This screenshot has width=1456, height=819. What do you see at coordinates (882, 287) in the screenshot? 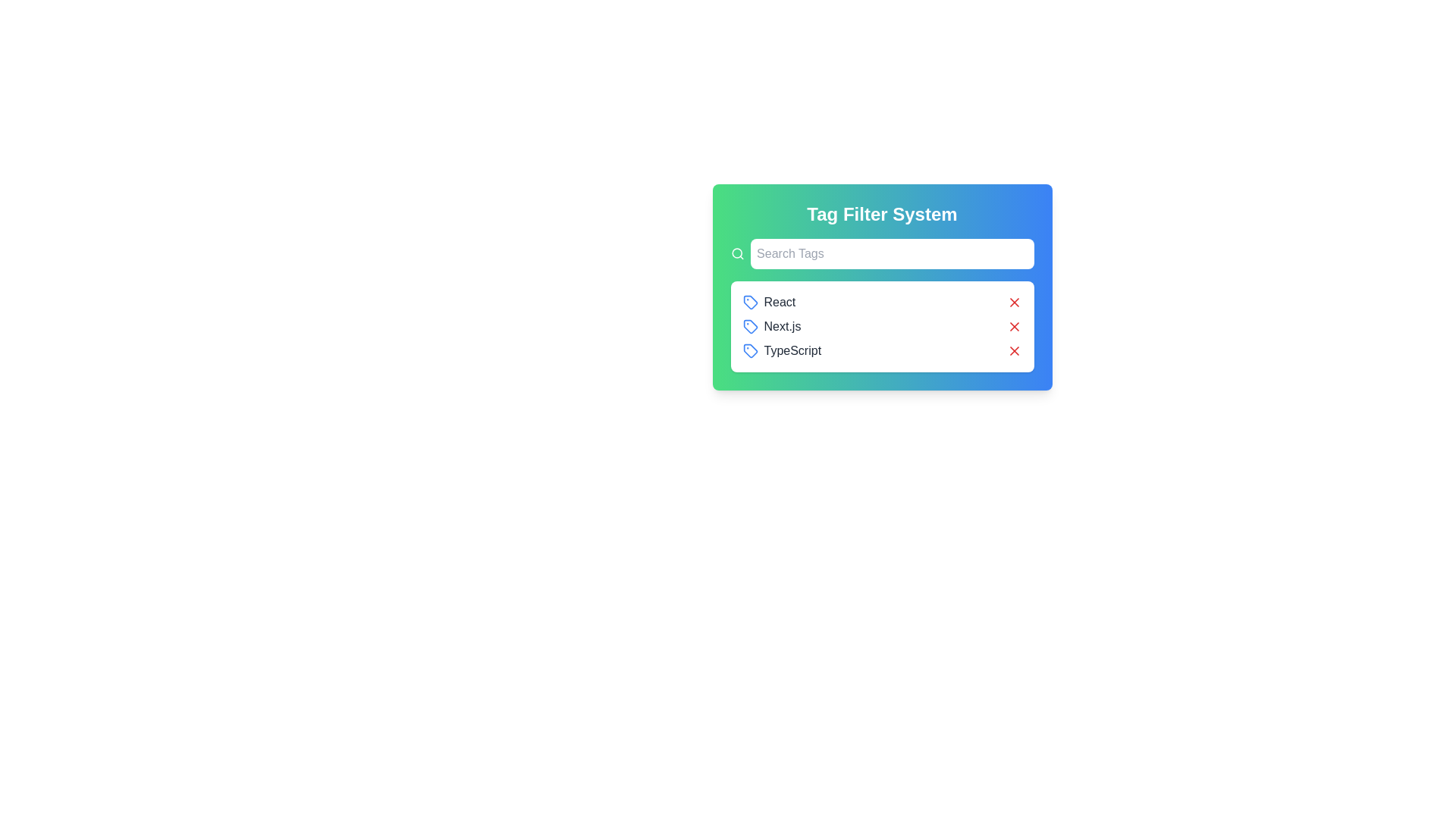
I see `the tag list of the 'Tag Filter System' element which includes tags labeled 'React,' 'Next.js,' and 'TypeScript.'` at bounding box center [882, 287].